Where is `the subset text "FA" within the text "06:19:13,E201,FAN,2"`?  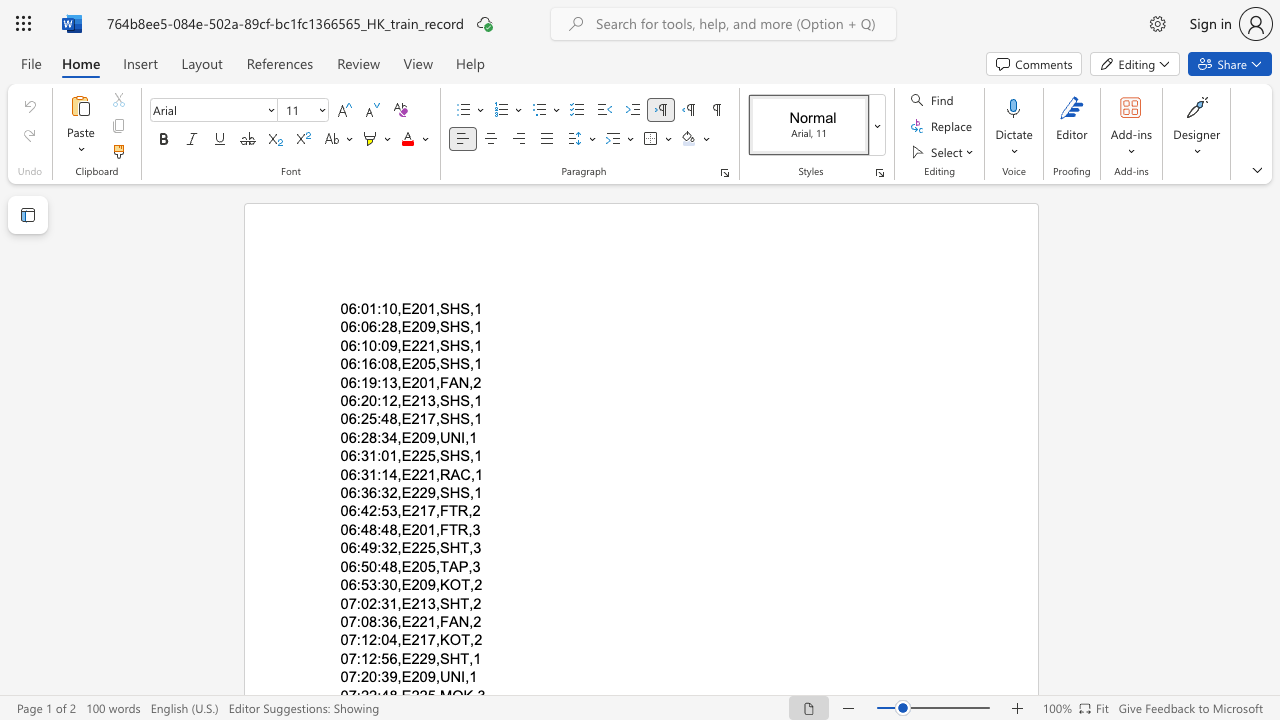 the subset text "FA" within the text "06:19:13,E201,FAN,2" is located at coordinates (438, 382).